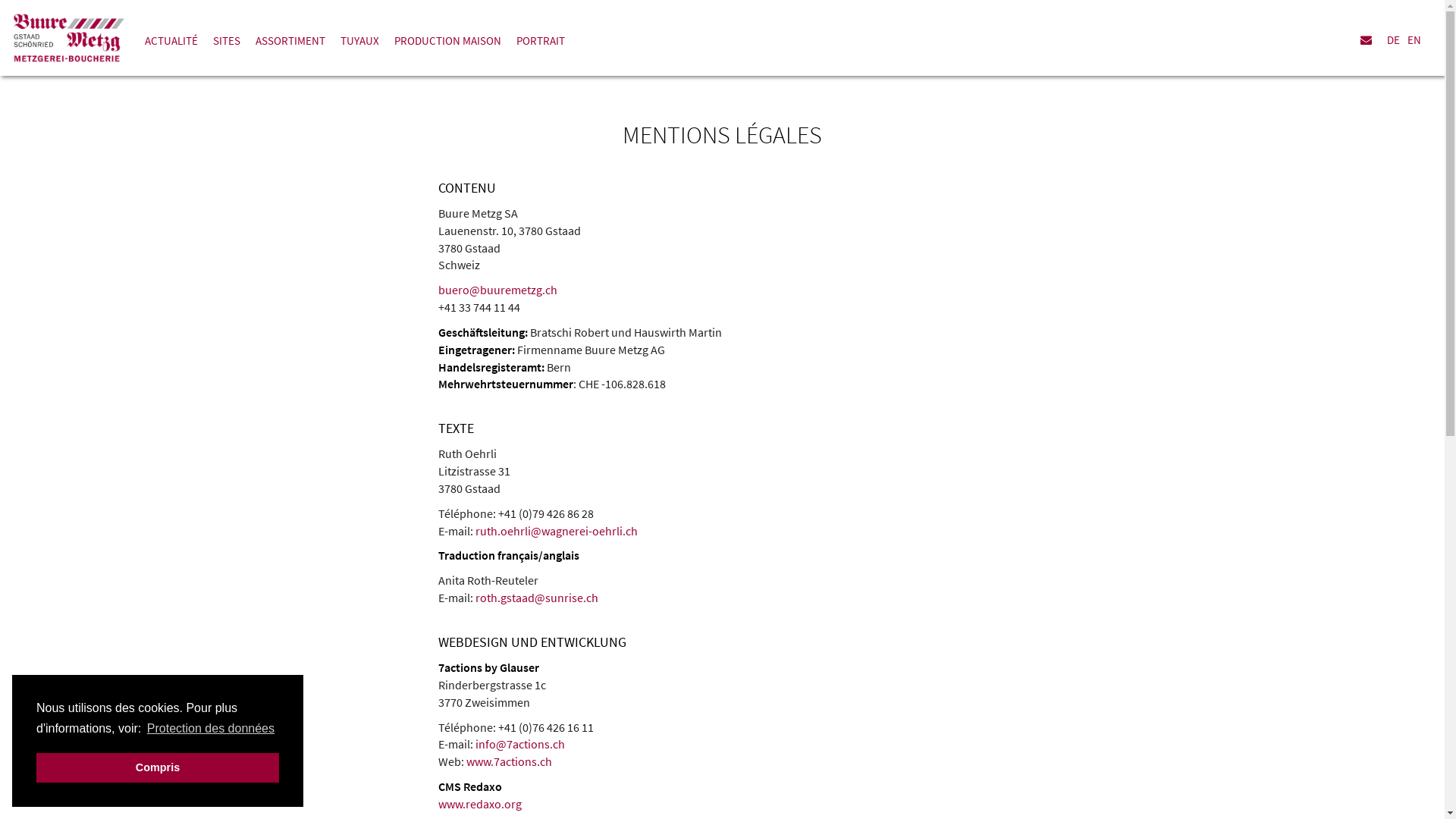  What do you see at coordinates (535, 596) in the screenshot?
I see `'roth.gstaad@sunrise.ch'` at bounding box center [535, 596].